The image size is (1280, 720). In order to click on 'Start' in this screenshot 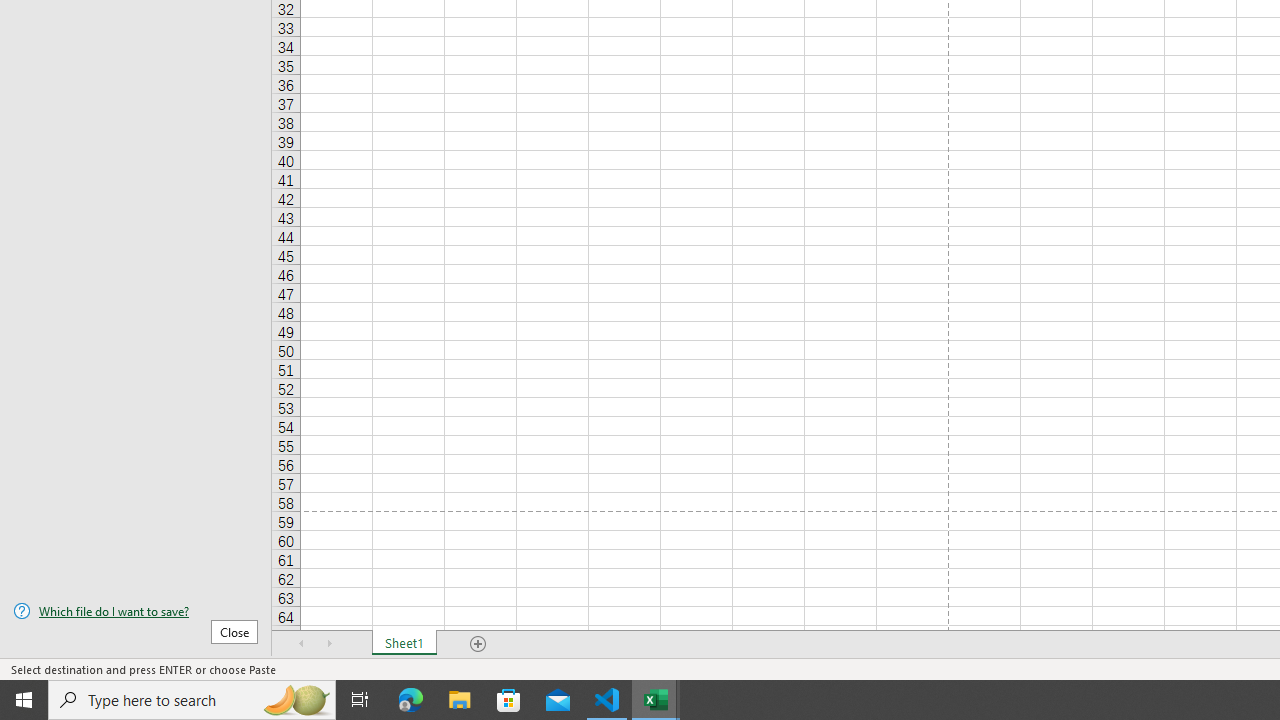, I will do `click(24, 698)`.